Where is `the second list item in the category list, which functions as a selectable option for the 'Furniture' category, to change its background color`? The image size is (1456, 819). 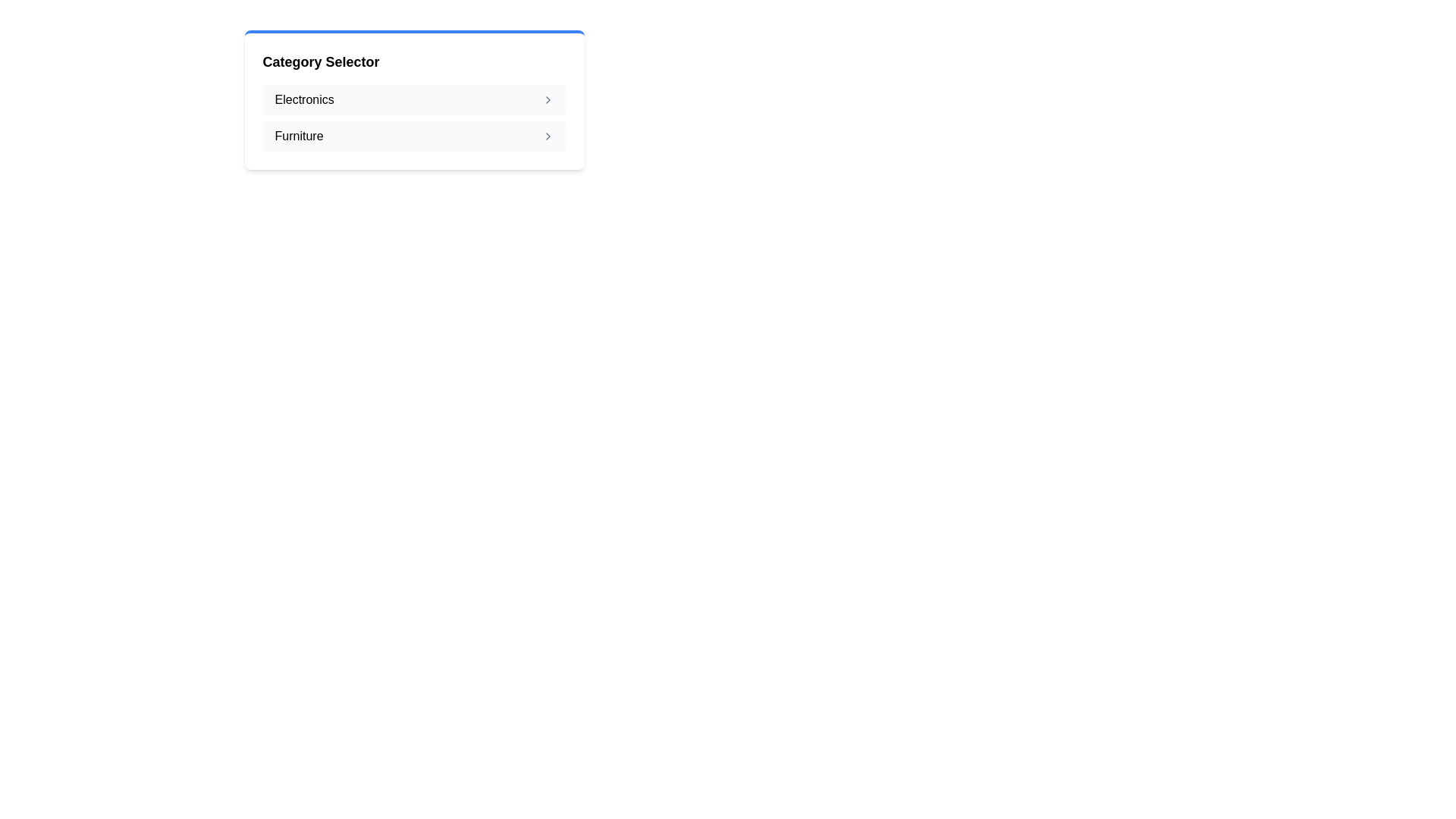
the second list item in the category list, which functions as a selectable option for the 'Furniture' category, to change its background color is located at coordinates (414, 136).